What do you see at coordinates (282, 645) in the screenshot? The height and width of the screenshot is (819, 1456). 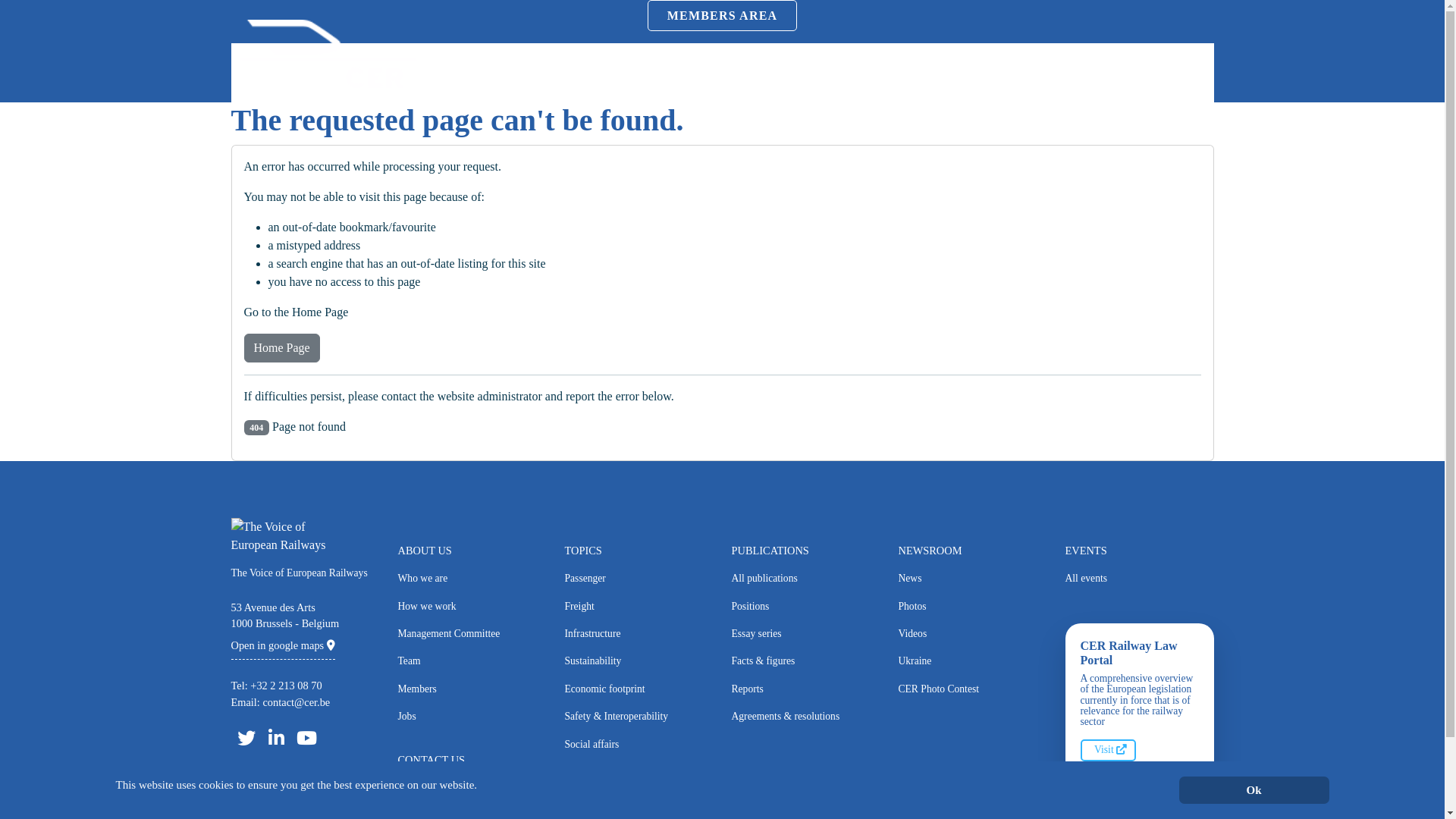 I see `'Open in google maps'` at bounding box center [282, 645].